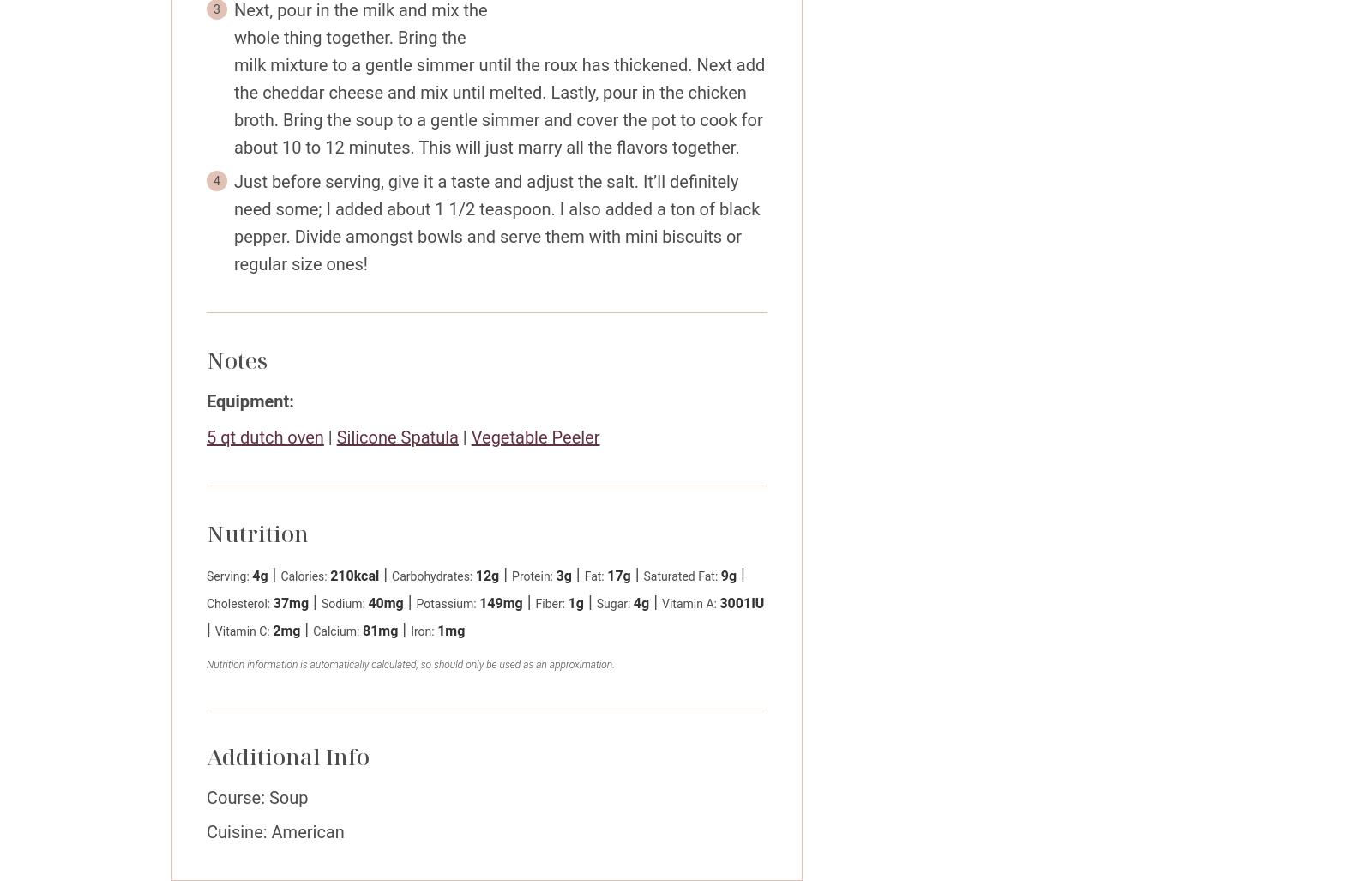 The height and width of the screenshot is (881, 1372). What do you see at coordinates (237, 797) in the screenshot?
I see `'Course:'` at bounding box center [237, 797].